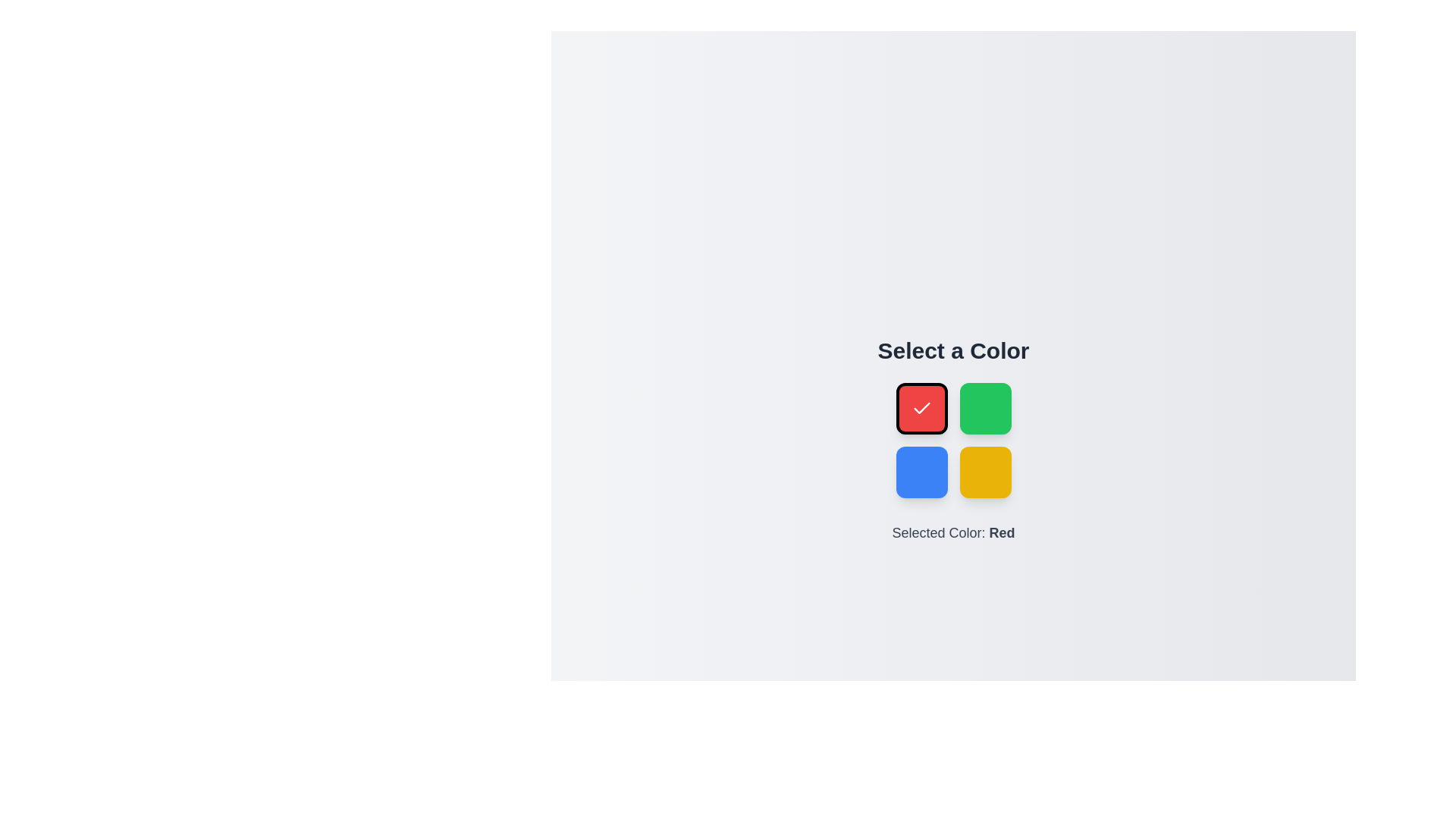 The height and width of the screenshot is (819, 1456). What do you see at coordinates (985, 408) in the screenshot?
I see `the color Green by clicking on its corresponding button` at bounding box center [985, 408].